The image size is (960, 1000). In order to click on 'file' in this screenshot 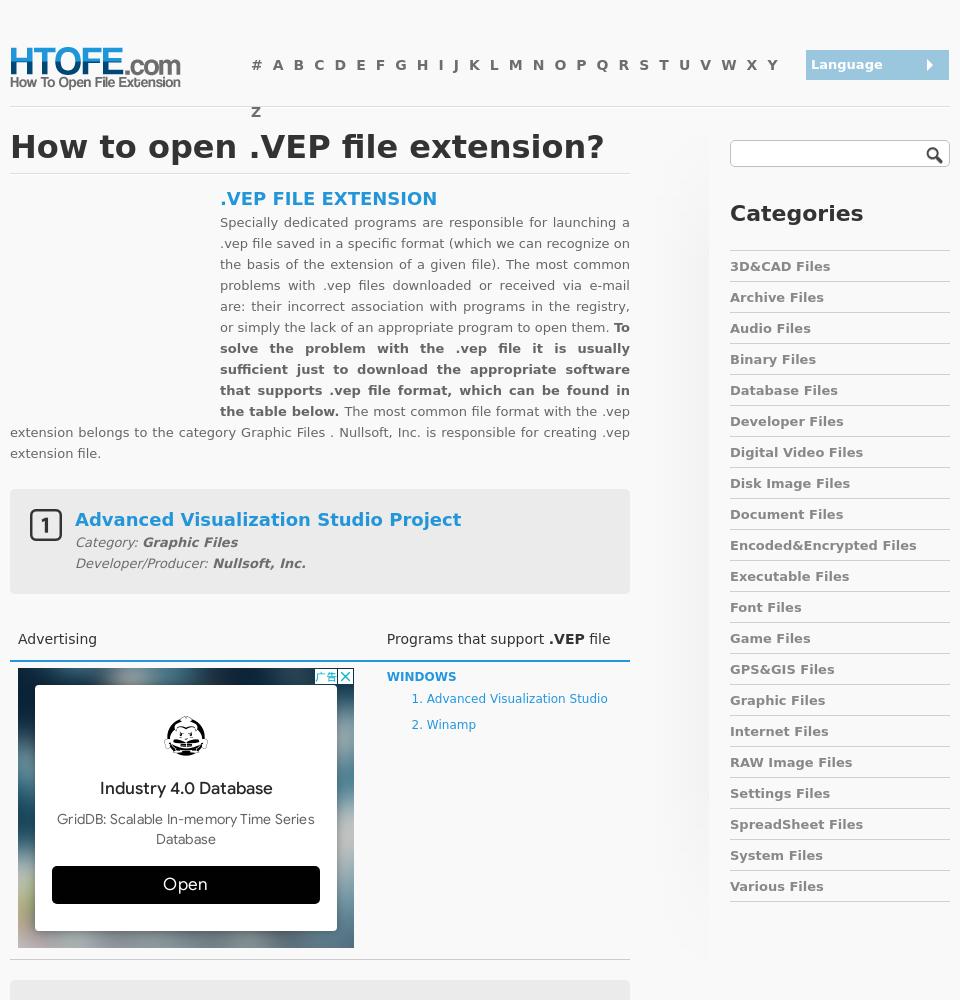, I will do `click(597, 638)`.